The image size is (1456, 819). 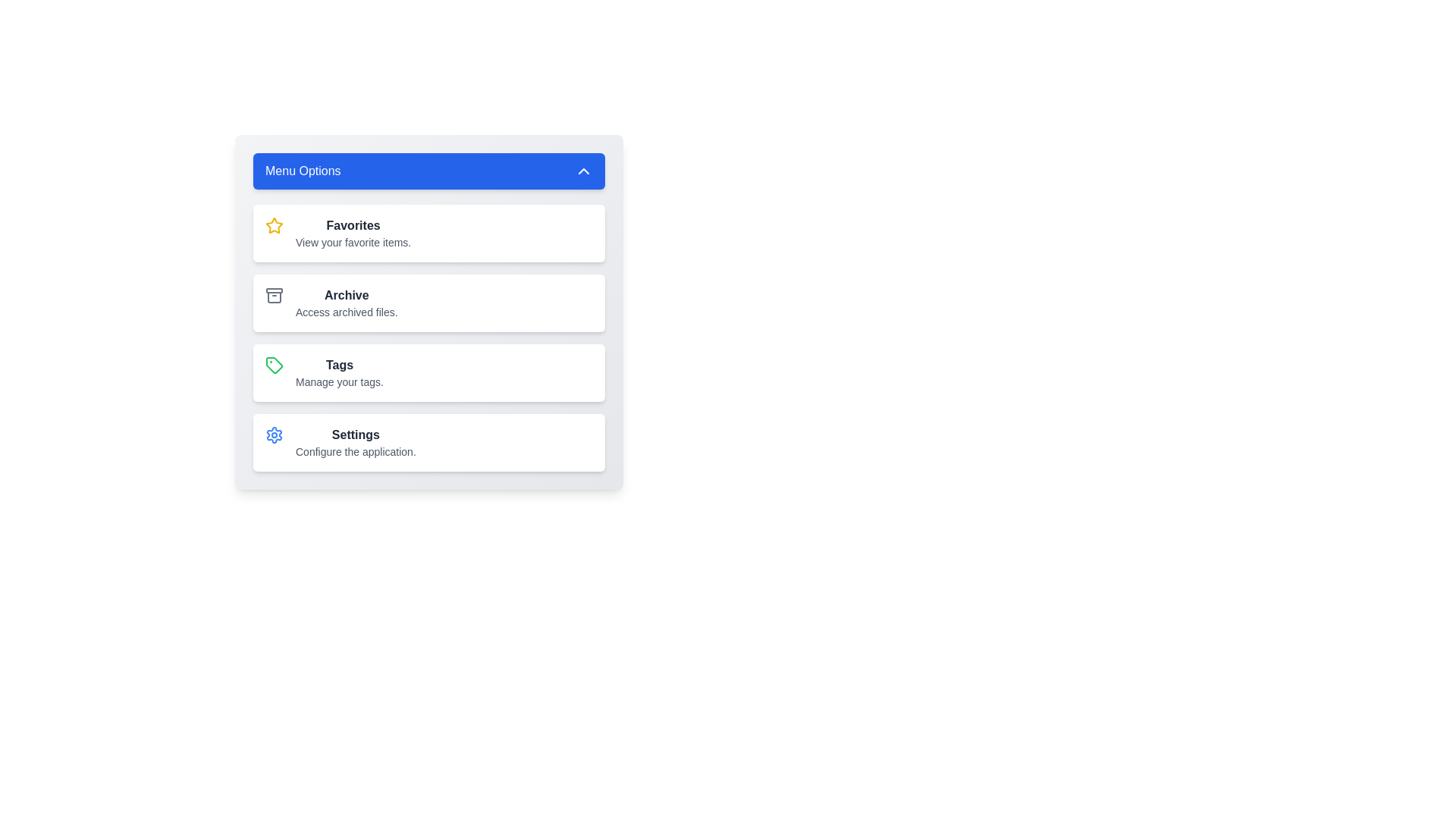 What do you see at coordinates (274, 366) in the screenshot?
I see `the 'Tags' icon located on the third row of the menu options, next to 'Manage your tags'` at bounding box center [274, 366].